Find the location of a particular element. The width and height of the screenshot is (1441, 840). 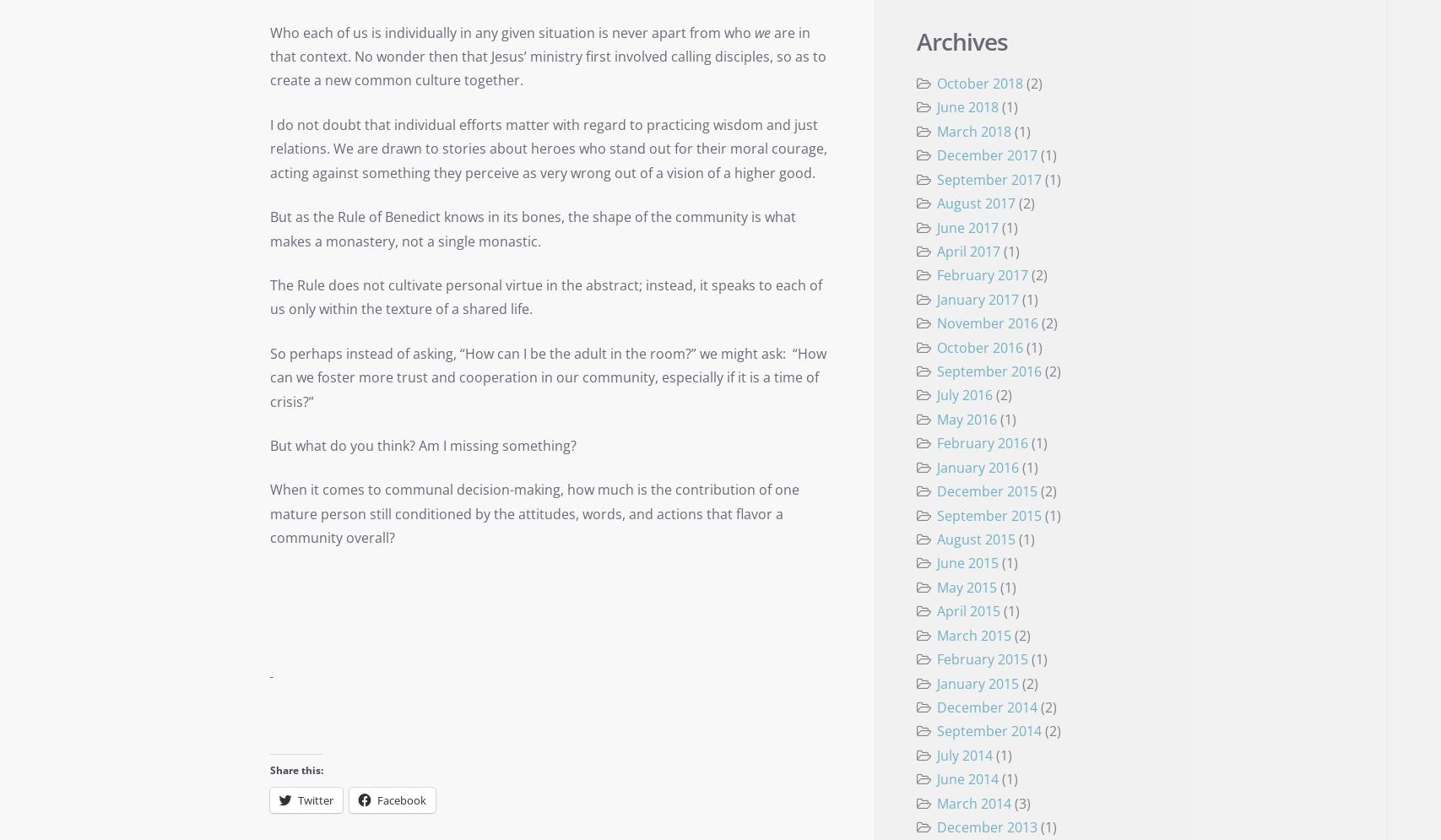

'July 2014' is located at coordinates (935, 754).